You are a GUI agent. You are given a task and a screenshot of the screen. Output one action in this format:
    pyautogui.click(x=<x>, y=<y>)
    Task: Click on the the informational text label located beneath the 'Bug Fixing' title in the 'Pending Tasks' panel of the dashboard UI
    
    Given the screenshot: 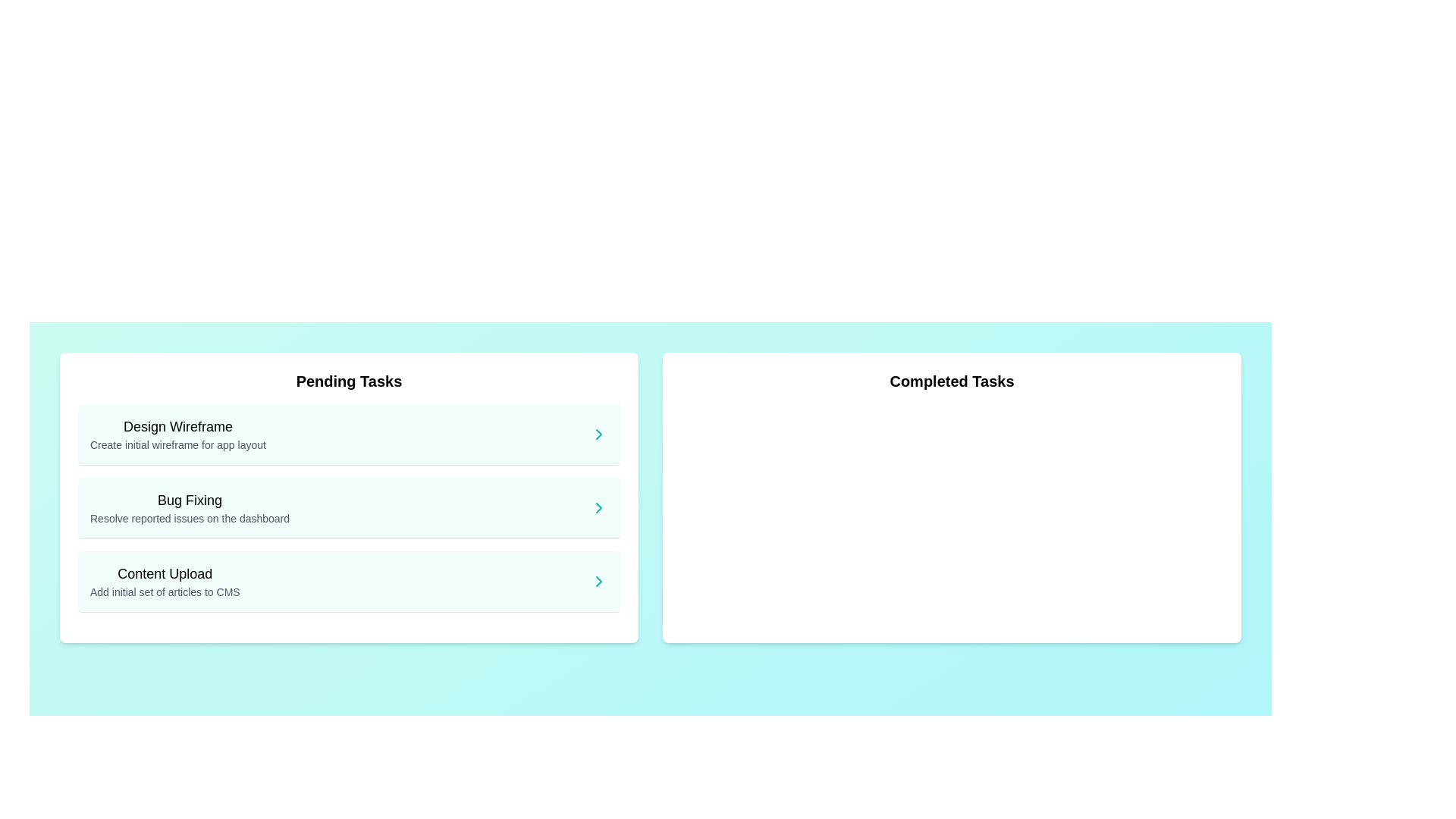 What is the action you would take?
    pyautogui.click(x=189, y=517)
    